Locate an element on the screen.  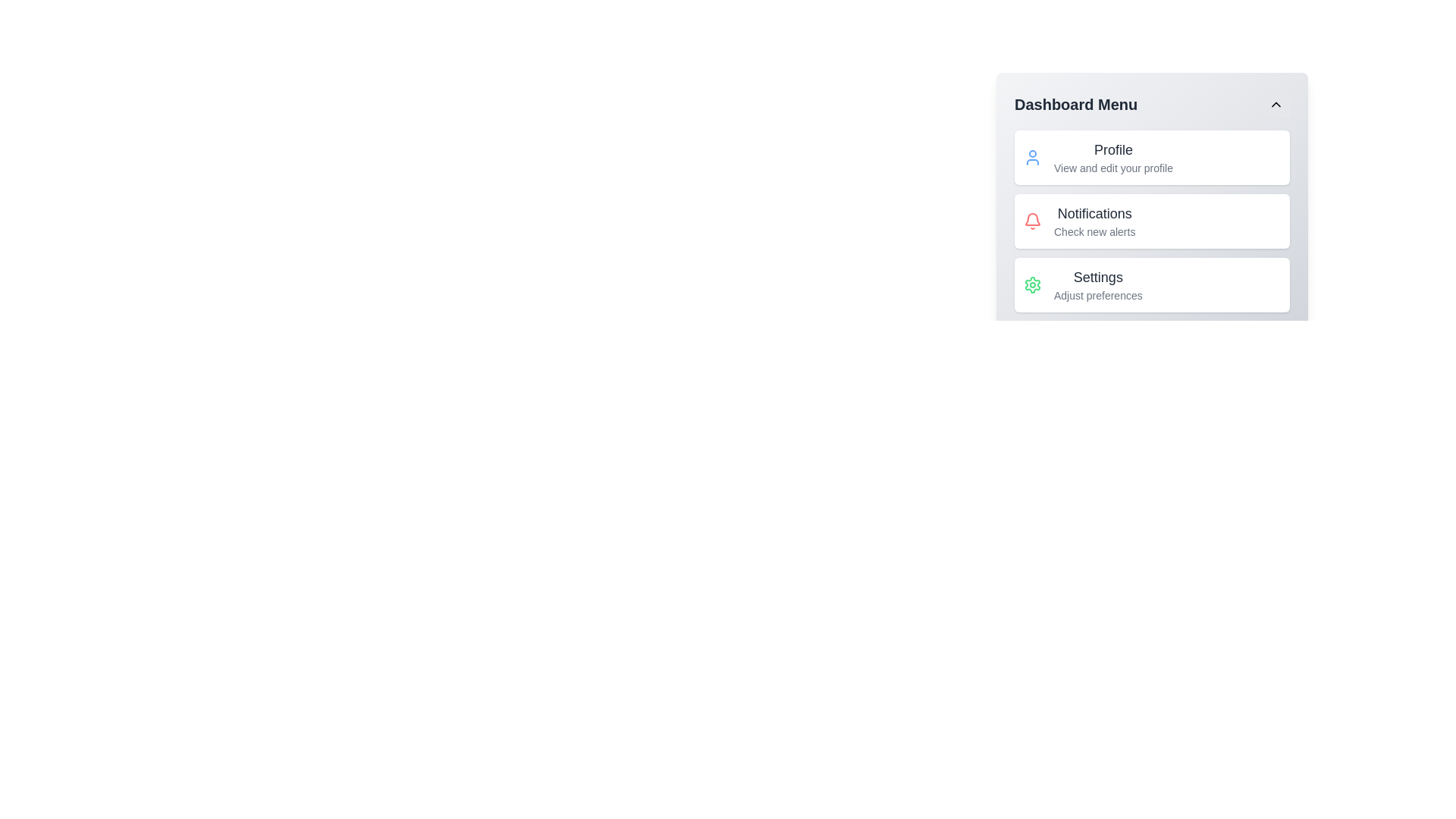
the menu item labeled Notifications to view its tooltip is located at coordinates (1095, 221).